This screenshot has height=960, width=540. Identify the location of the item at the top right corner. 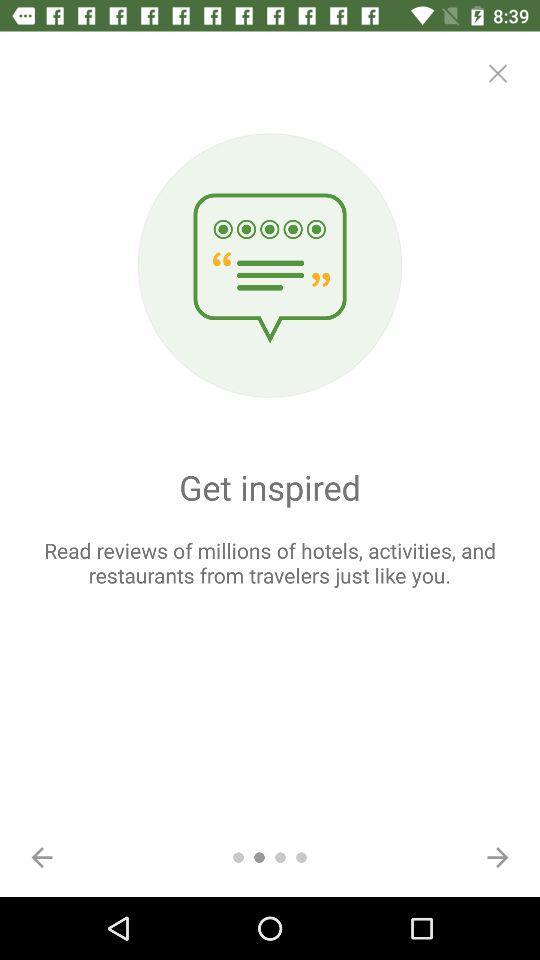
(496, 73).